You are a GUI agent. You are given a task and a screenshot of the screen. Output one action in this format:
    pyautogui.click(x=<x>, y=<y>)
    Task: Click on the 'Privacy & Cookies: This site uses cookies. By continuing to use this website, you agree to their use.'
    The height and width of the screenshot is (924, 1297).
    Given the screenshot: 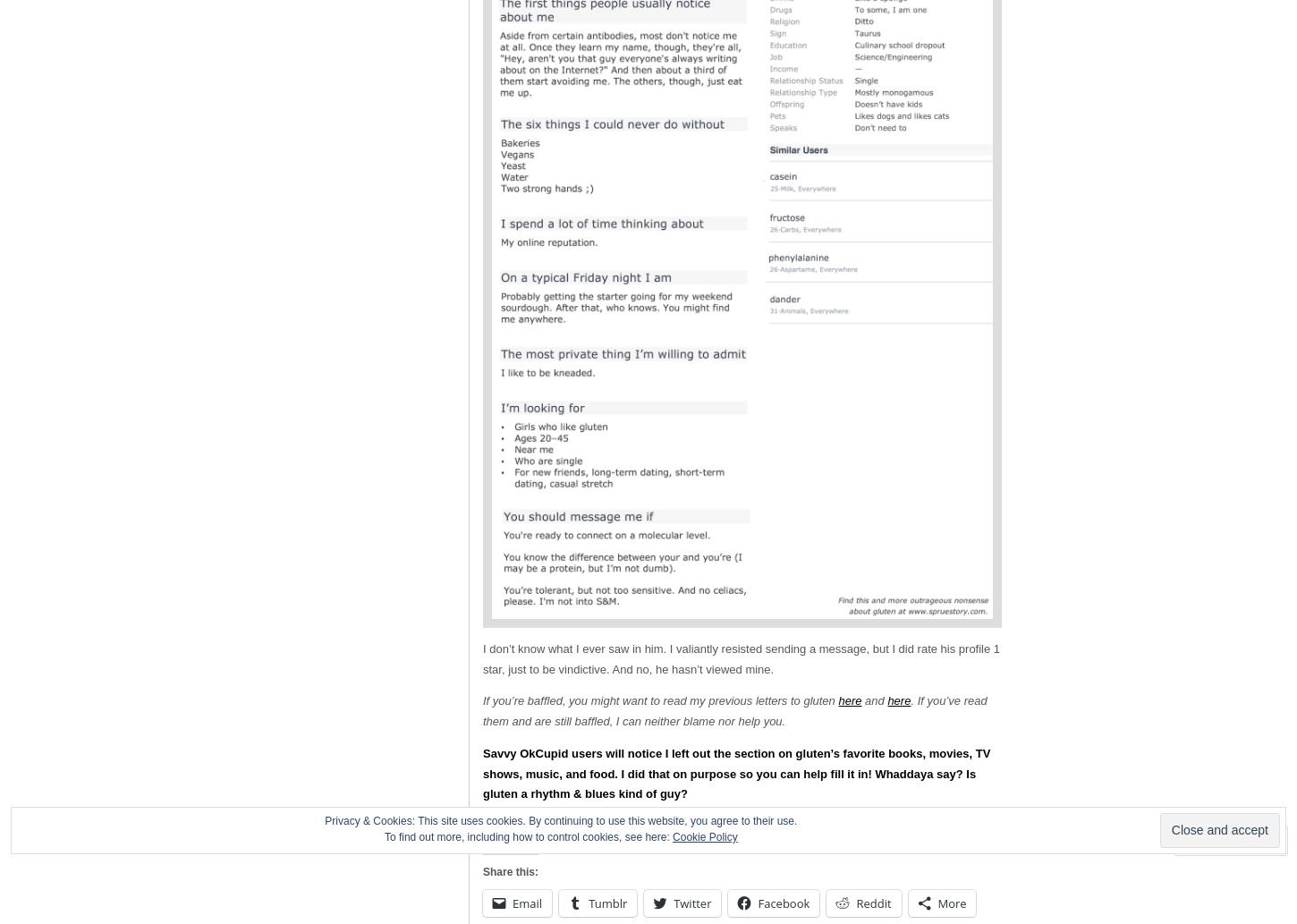 What is the action you would take?
    pyautogui.click(x=559, y=820)
    